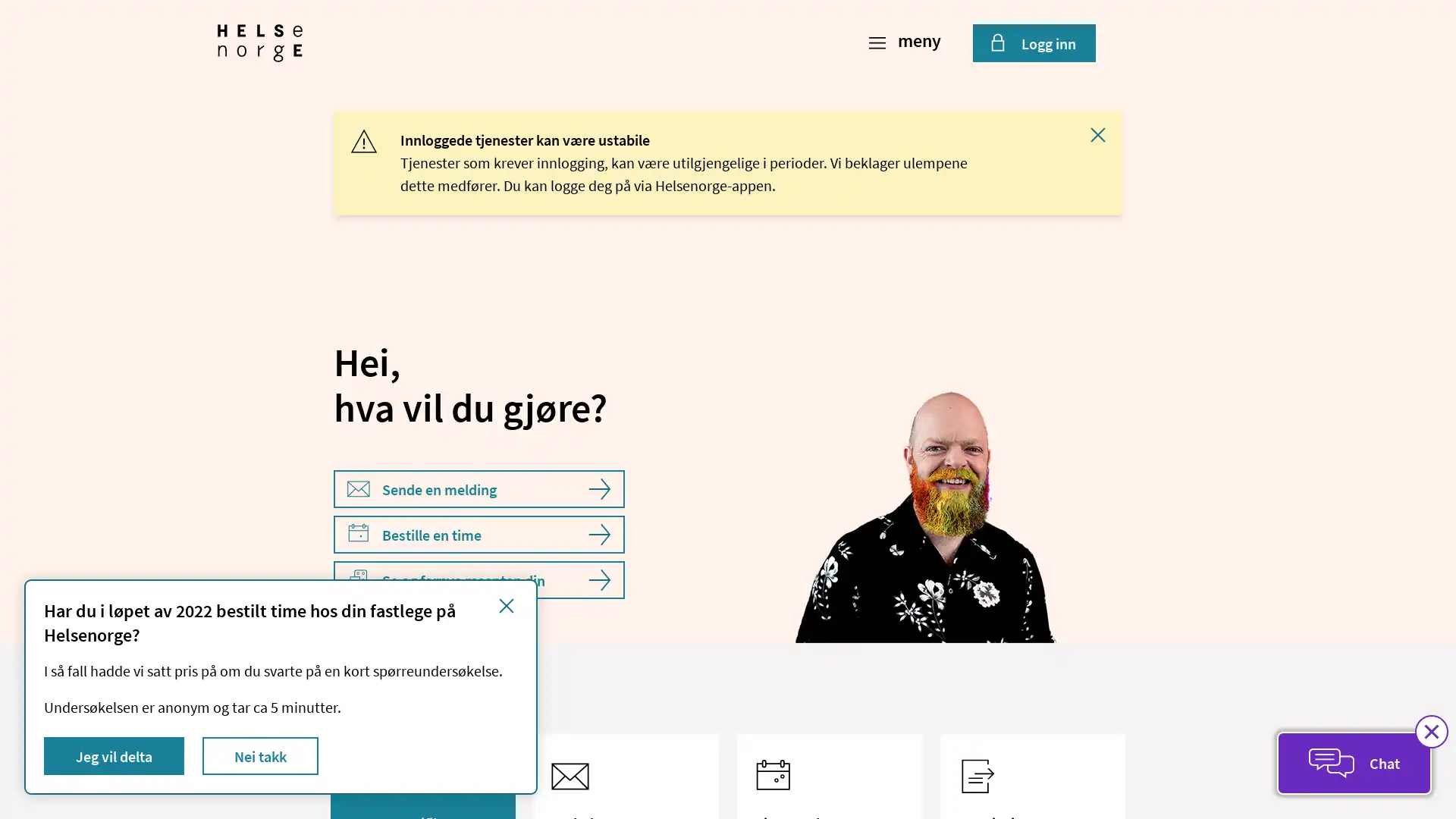 This screenshot has height=819, width=1456. What do you see at coordinates (479, 534) in the screenshot?
I see `Bestille en time` at bounding box center [479, 534].